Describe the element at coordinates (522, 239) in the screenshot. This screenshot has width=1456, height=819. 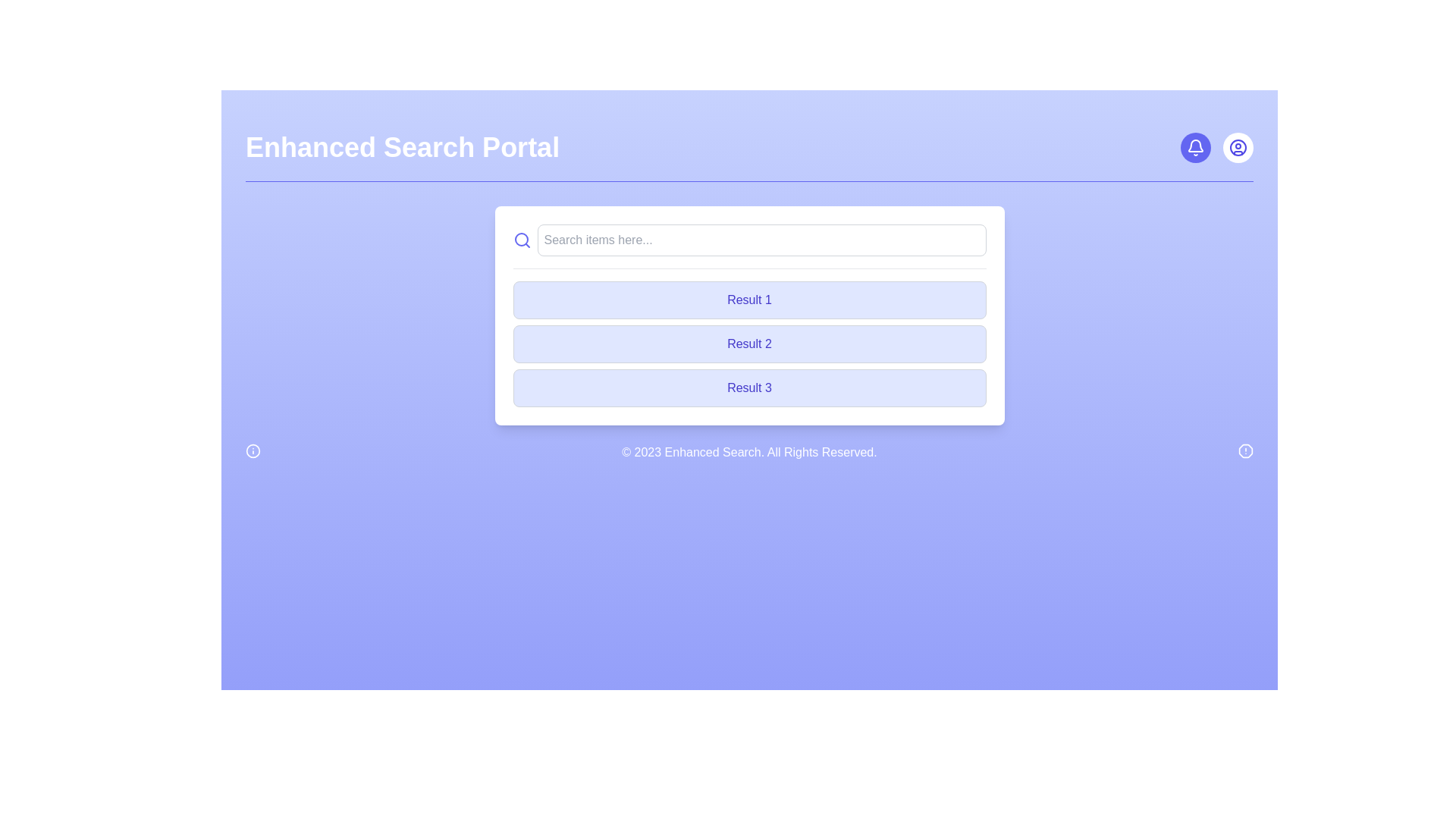
I see `the search icon represented by a circular magnifying glass with a handle, located at the top left corner of the white card before the text input field` at that location.